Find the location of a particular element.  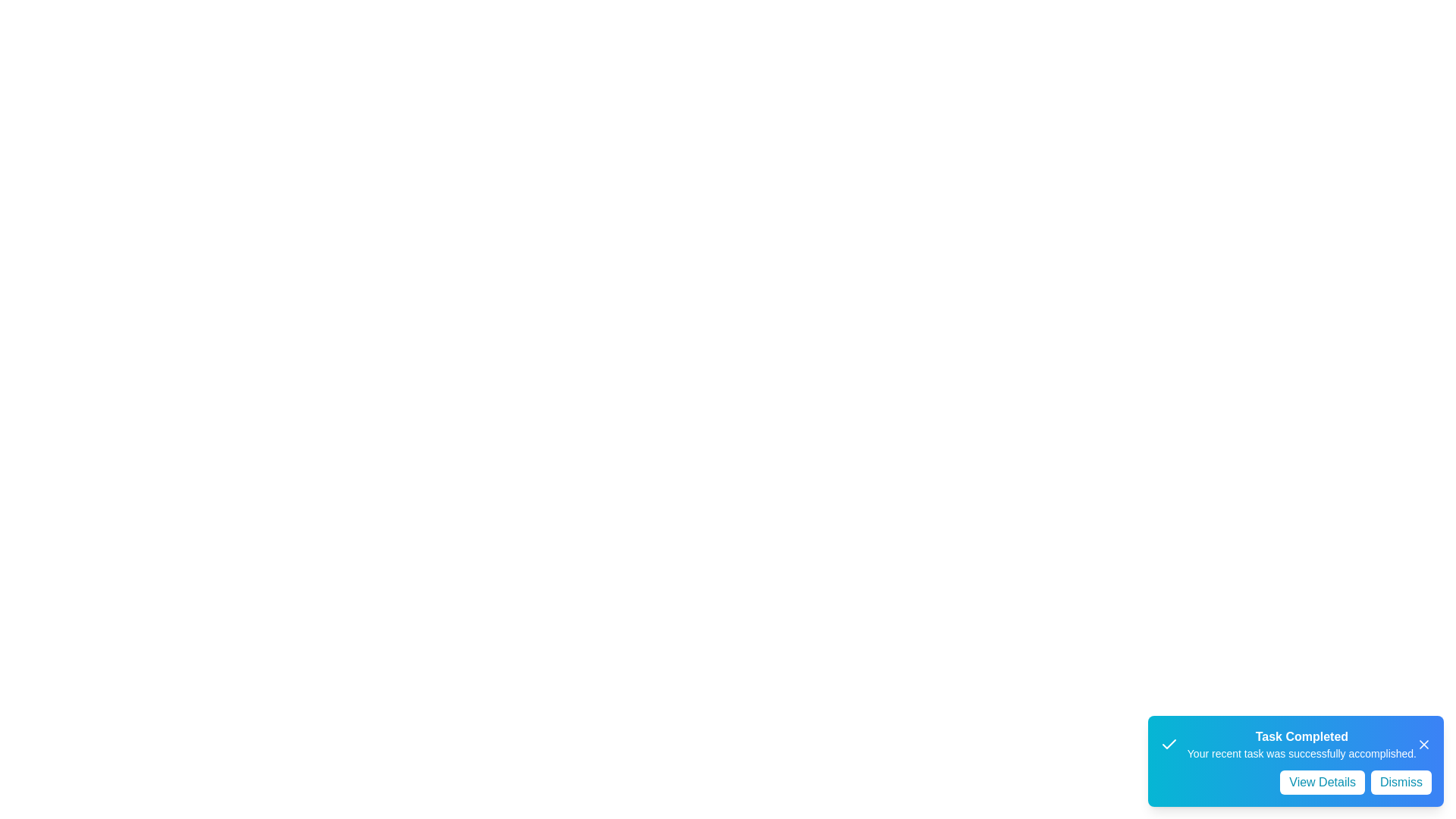

message from the Notification Banner that displays 'Task Completed' and 'Your recent task was successfully accomplished.' is located at coordinates (1294, 744).